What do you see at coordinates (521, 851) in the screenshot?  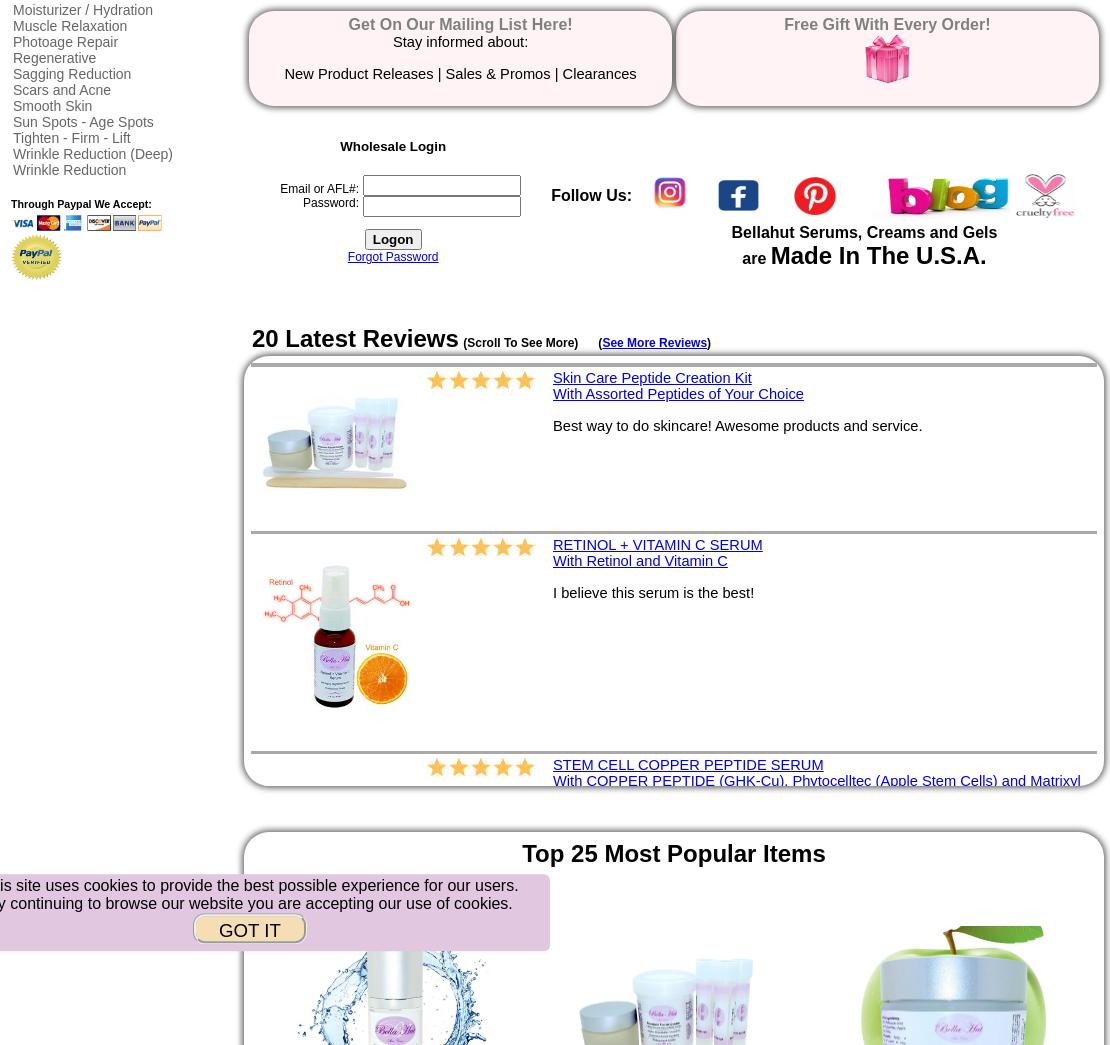 I see `'Top 25 Most Popular Items'` at bounding box center [521, 851].